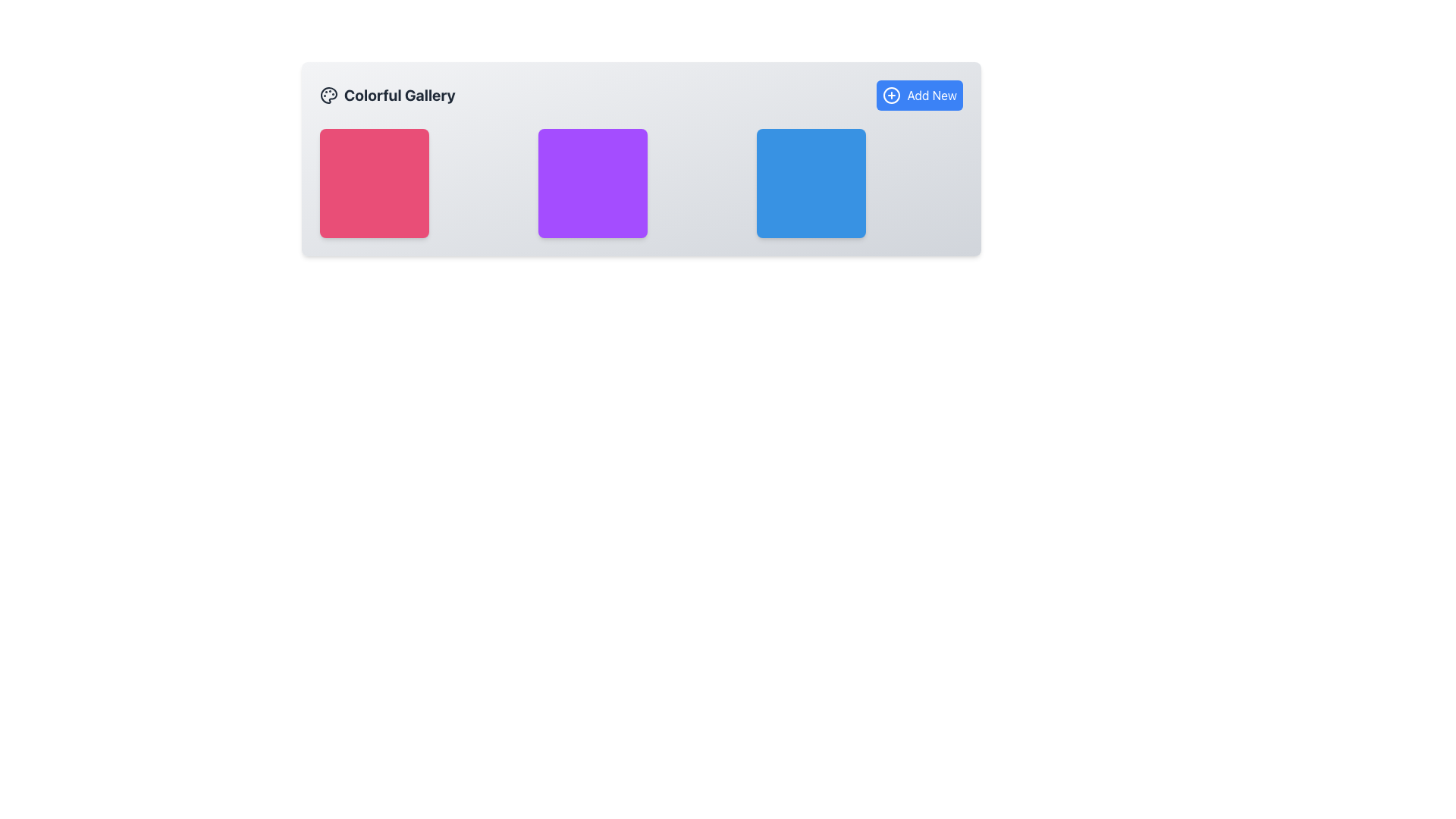 The image size is (1456, 819). I want to click on the compact palette icon resembling a painter's palette, located to the left of the 'Colorful Gallery' text in the header section, so click(328, 96).